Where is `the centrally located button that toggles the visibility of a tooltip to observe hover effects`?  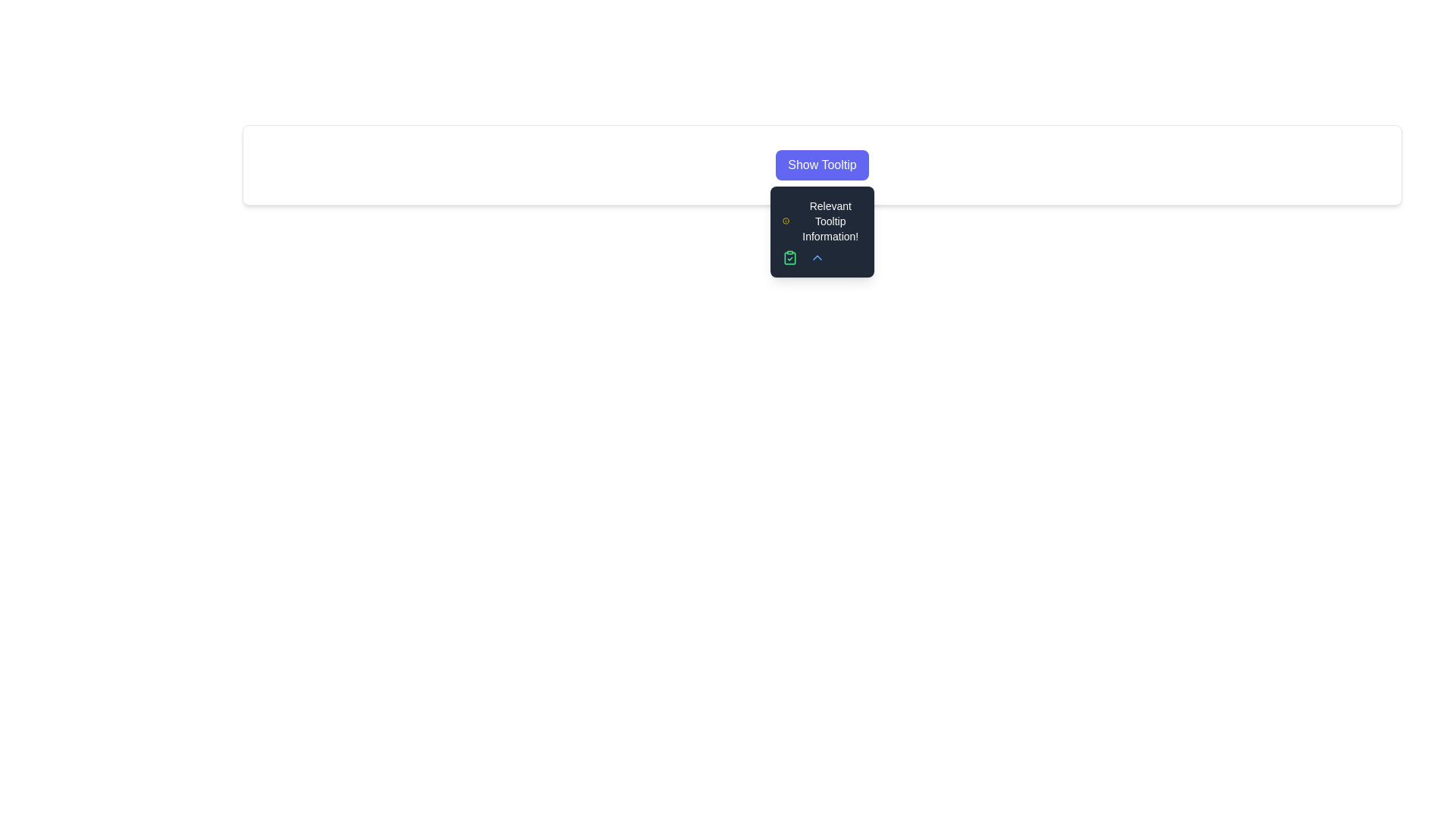 the centrally located button that toggles the visibility of a tooltip to observe hover effects is located at coordinates (821, 165).